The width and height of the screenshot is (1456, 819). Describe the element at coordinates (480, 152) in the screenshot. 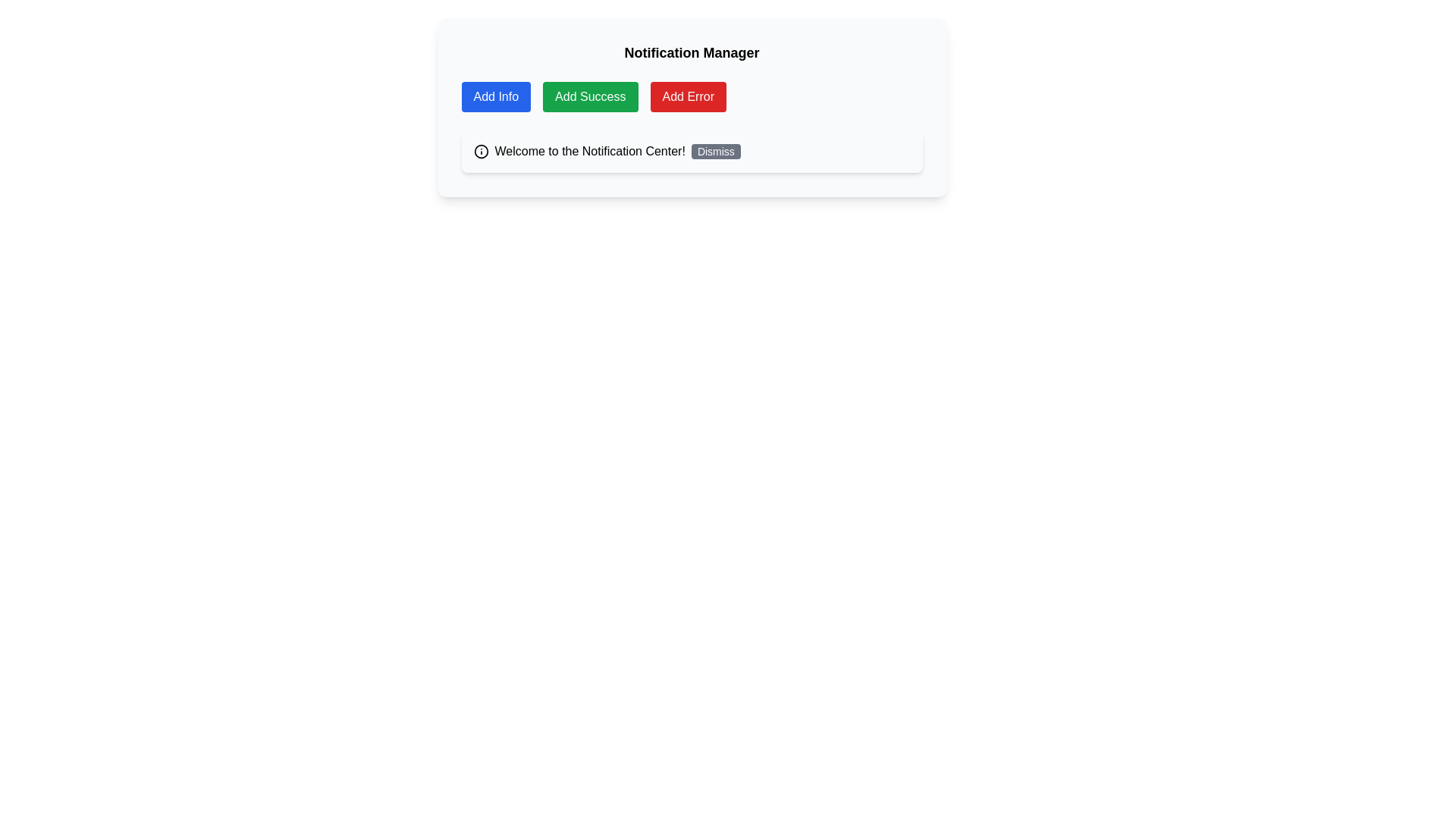

I see `the info icon, which is a circular icon with a black stroke and an 'i' symbol, positioned at the far left of the notification panel containing the text 'Welcome to the Notification Center!'` at that location.